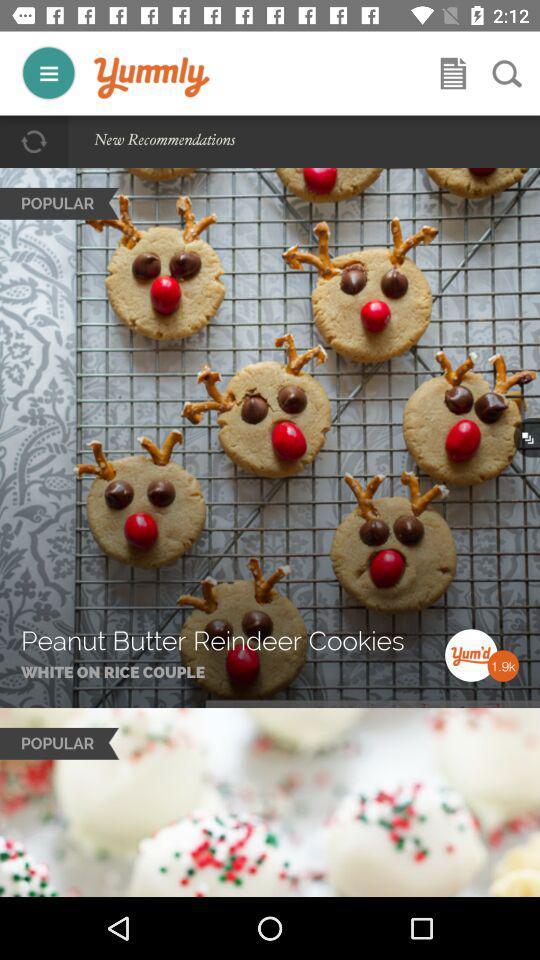 The image size is (540, 960). I want to click on main page, so click(151, 78).